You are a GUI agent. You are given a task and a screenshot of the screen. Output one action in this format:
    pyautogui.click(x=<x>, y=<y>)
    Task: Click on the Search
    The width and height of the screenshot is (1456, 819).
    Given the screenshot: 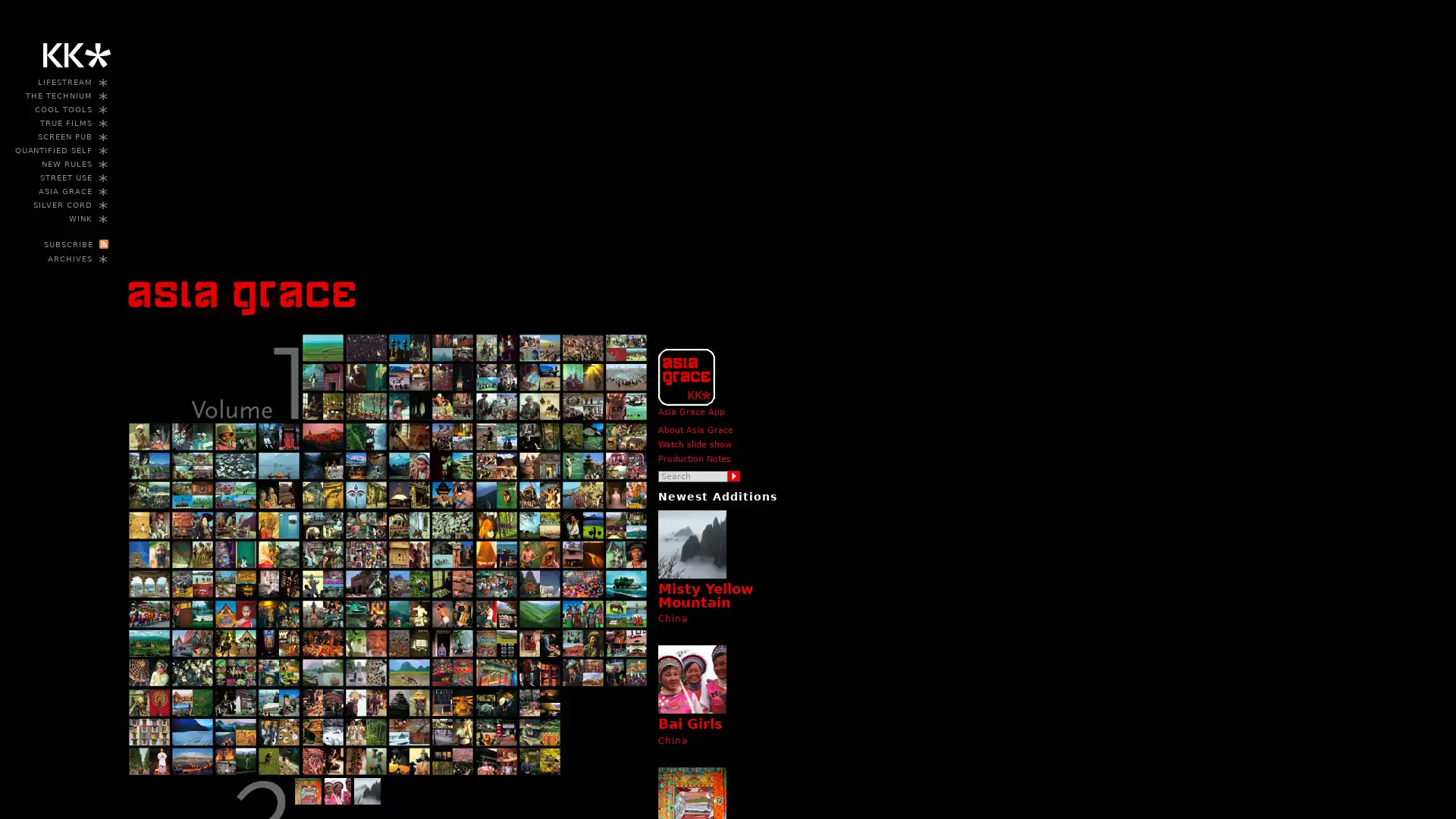 What is the action you would take?
    pyautogui.click(x=734, y=475)
    